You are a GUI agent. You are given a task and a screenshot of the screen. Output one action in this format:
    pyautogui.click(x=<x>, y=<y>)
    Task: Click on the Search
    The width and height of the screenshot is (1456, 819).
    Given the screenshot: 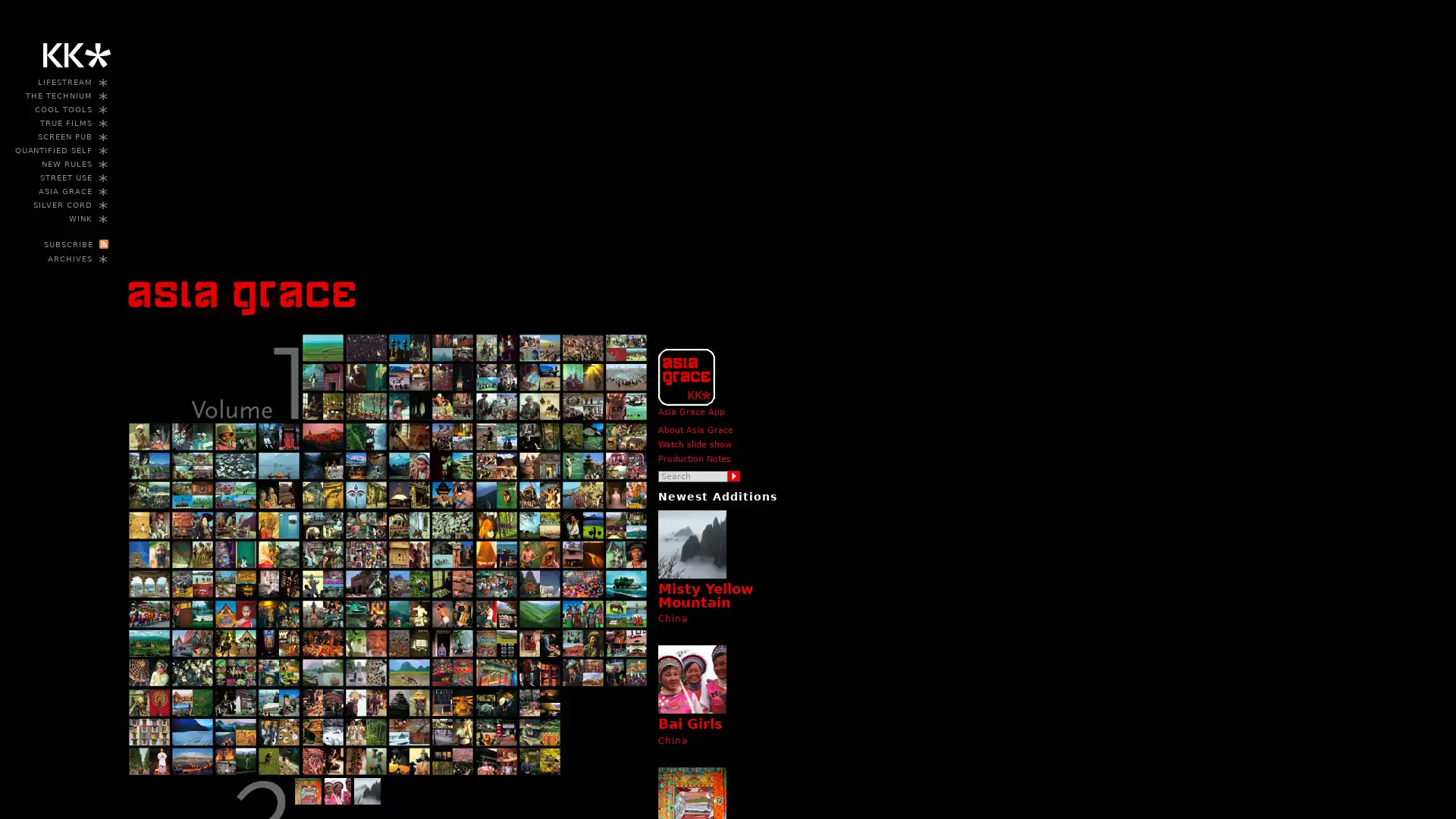 What is the action you would take?
    pyautogui.click(x=734, y=475)
    